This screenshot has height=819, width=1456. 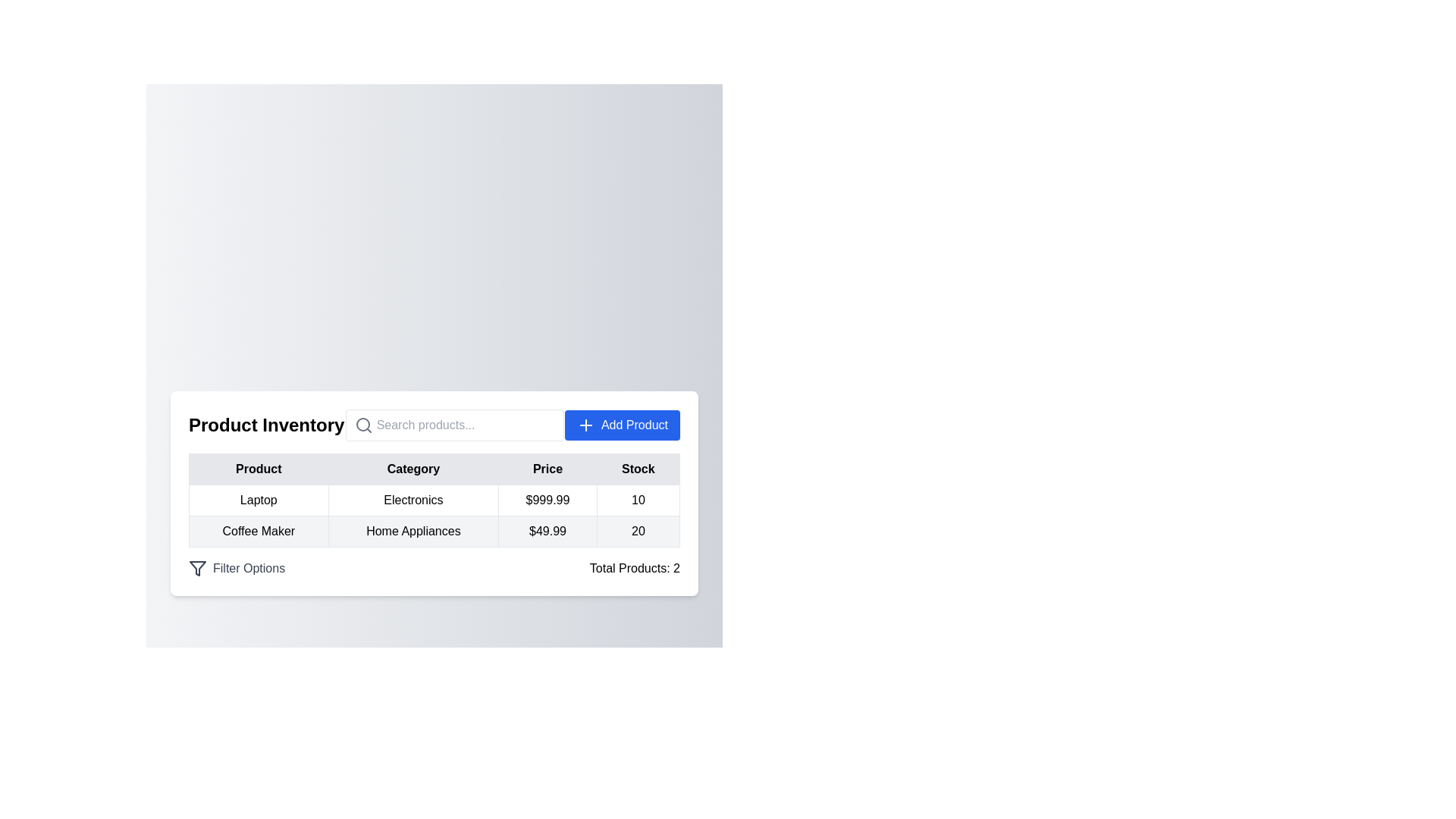 What do you see at coordinates (547, 500) in the screenshot?
I see `price displayed in the text label showing '$999.99', positioned in the 'Price' column of the table` at bounding box center [547, 500].